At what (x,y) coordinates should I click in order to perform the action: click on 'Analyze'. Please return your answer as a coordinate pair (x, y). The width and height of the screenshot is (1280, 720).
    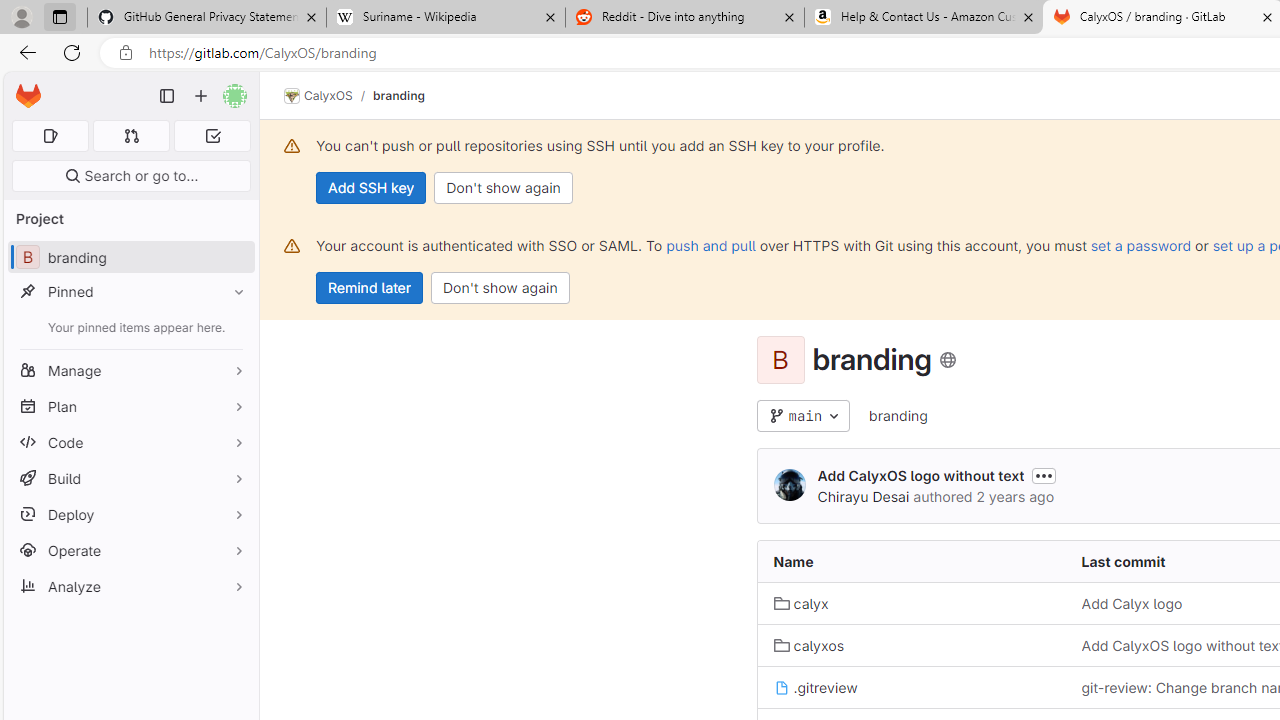
    Looking at the image, I should click on (130, 585).